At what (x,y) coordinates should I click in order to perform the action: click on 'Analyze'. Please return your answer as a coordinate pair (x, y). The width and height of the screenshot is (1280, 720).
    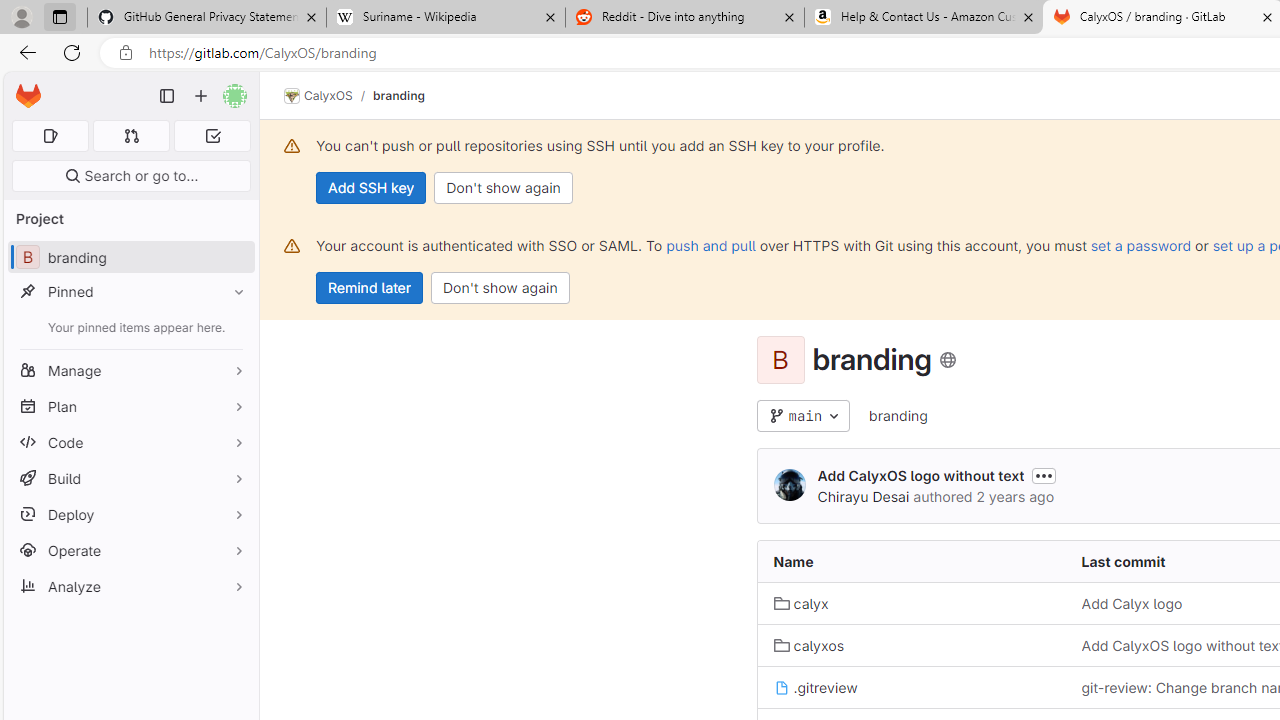
    Looking at the image, I should click on (130, 585).